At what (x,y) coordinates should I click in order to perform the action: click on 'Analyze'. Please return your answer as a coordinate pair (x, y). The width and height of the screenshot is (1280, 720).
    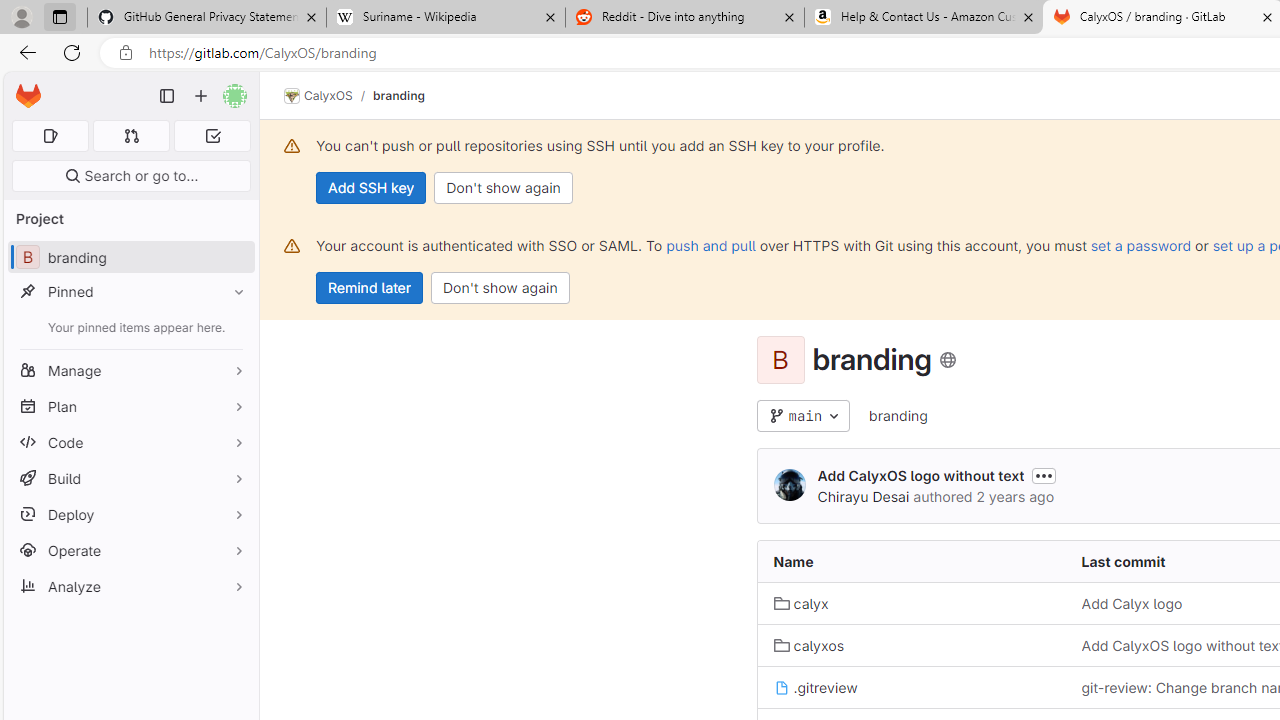
    Looking at the image, I should click on (130, 585).